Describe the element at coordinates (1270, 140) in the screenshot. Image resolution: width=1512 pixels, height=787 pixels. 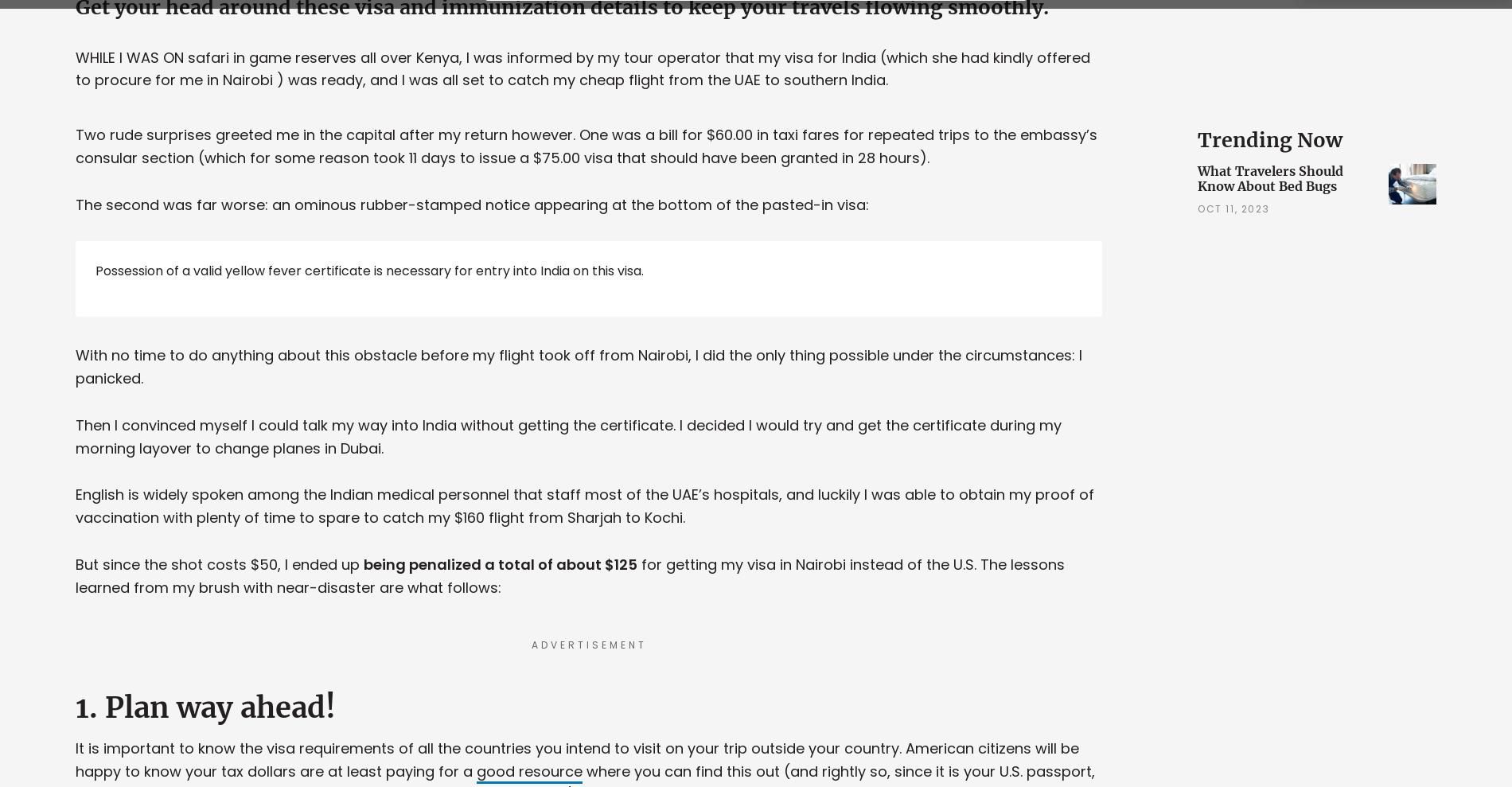
I see `'Trending Now'` at that location.